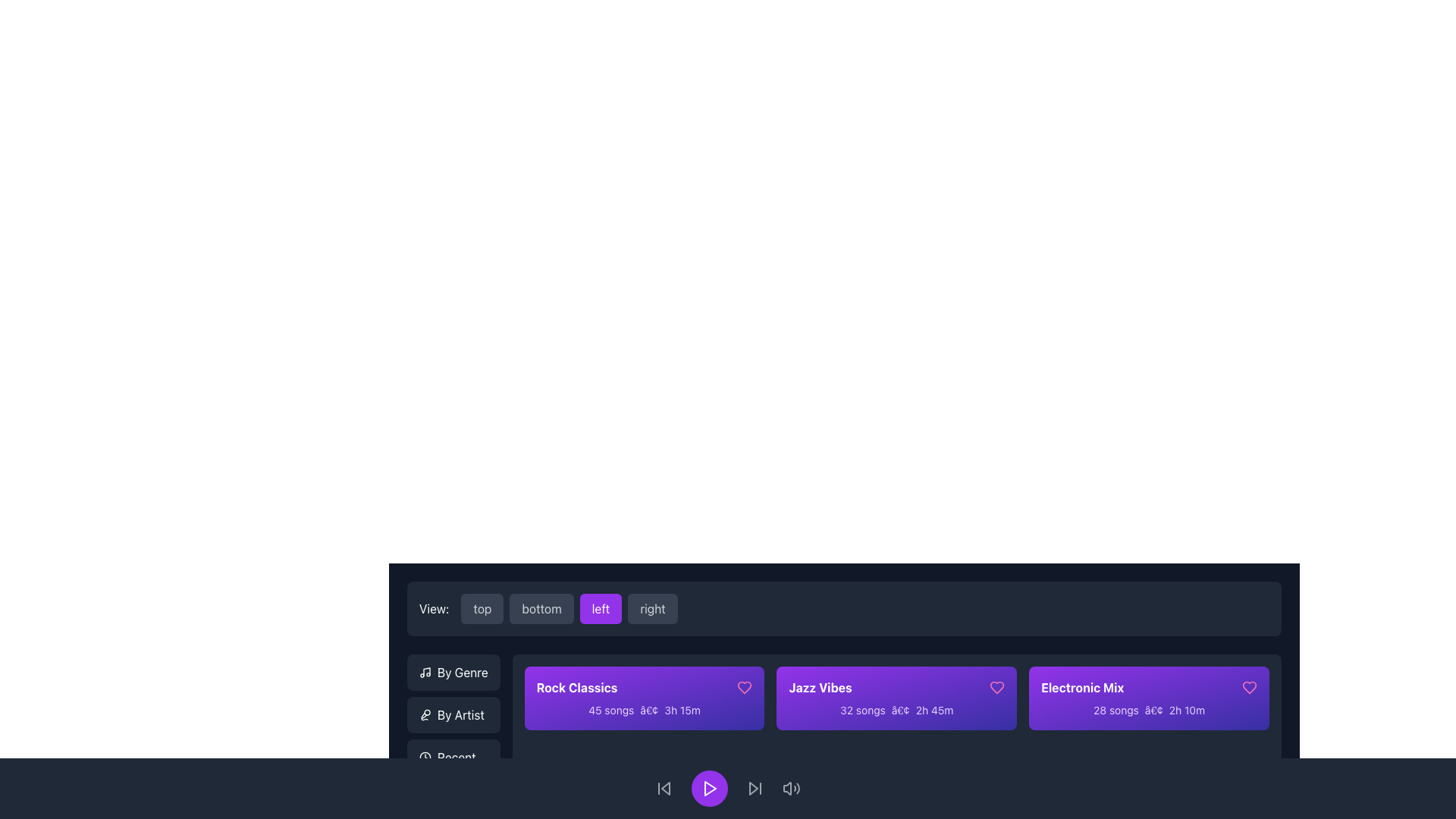 The height and width of the screenshot is (819, 1456). What do you see at coordinates (666, 788) in the screenshot?
I see `the left navigation arrow icon, which is a triangular shape pointing to the left within the media control bar` at bounding box center [666, 788].